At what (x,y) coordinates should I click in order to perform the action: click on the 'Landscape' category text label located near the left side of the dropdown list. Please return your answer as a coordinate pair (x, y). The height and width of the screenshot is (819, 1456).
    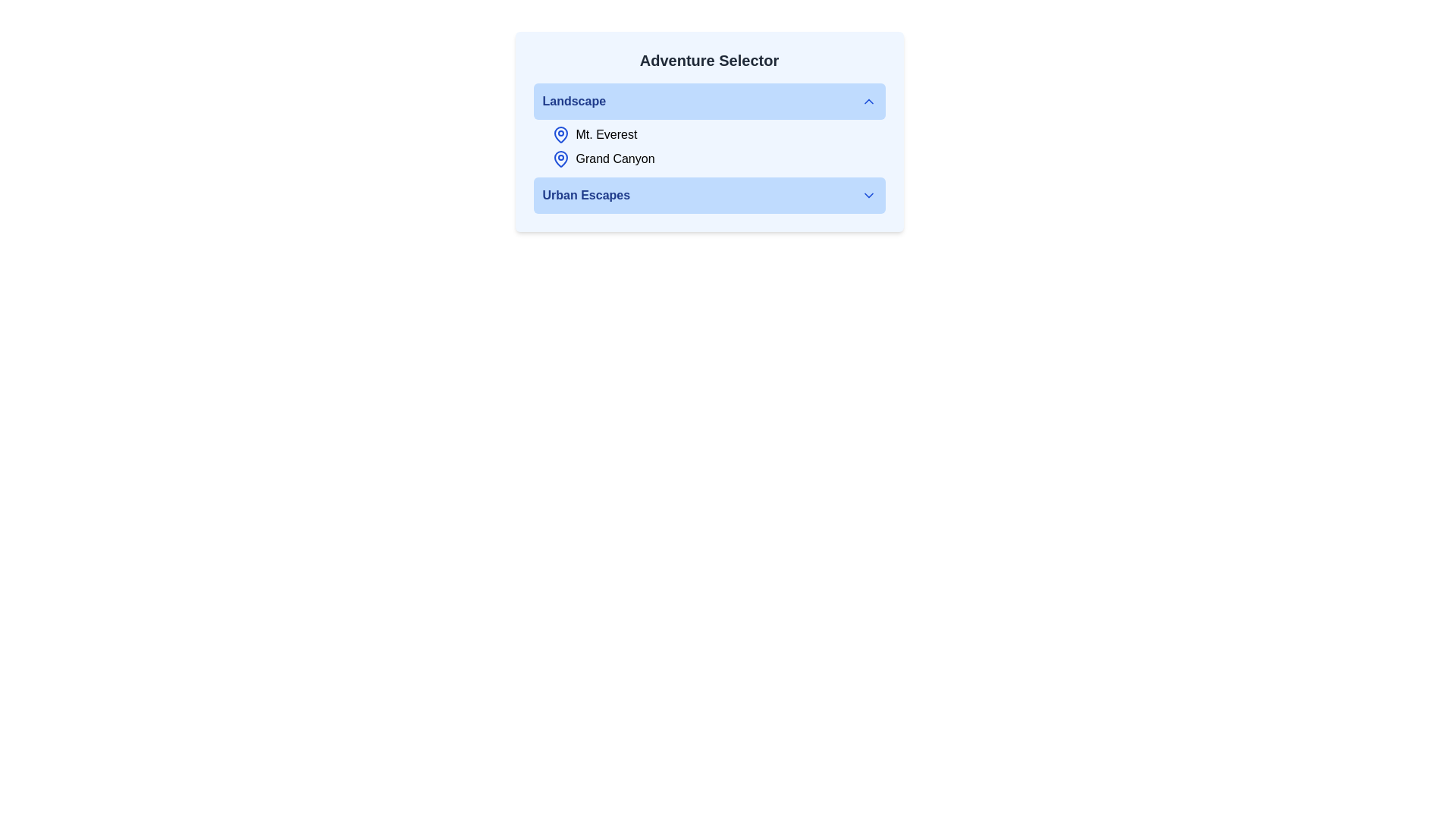
    Looking at the image, I should click on (573, 102).